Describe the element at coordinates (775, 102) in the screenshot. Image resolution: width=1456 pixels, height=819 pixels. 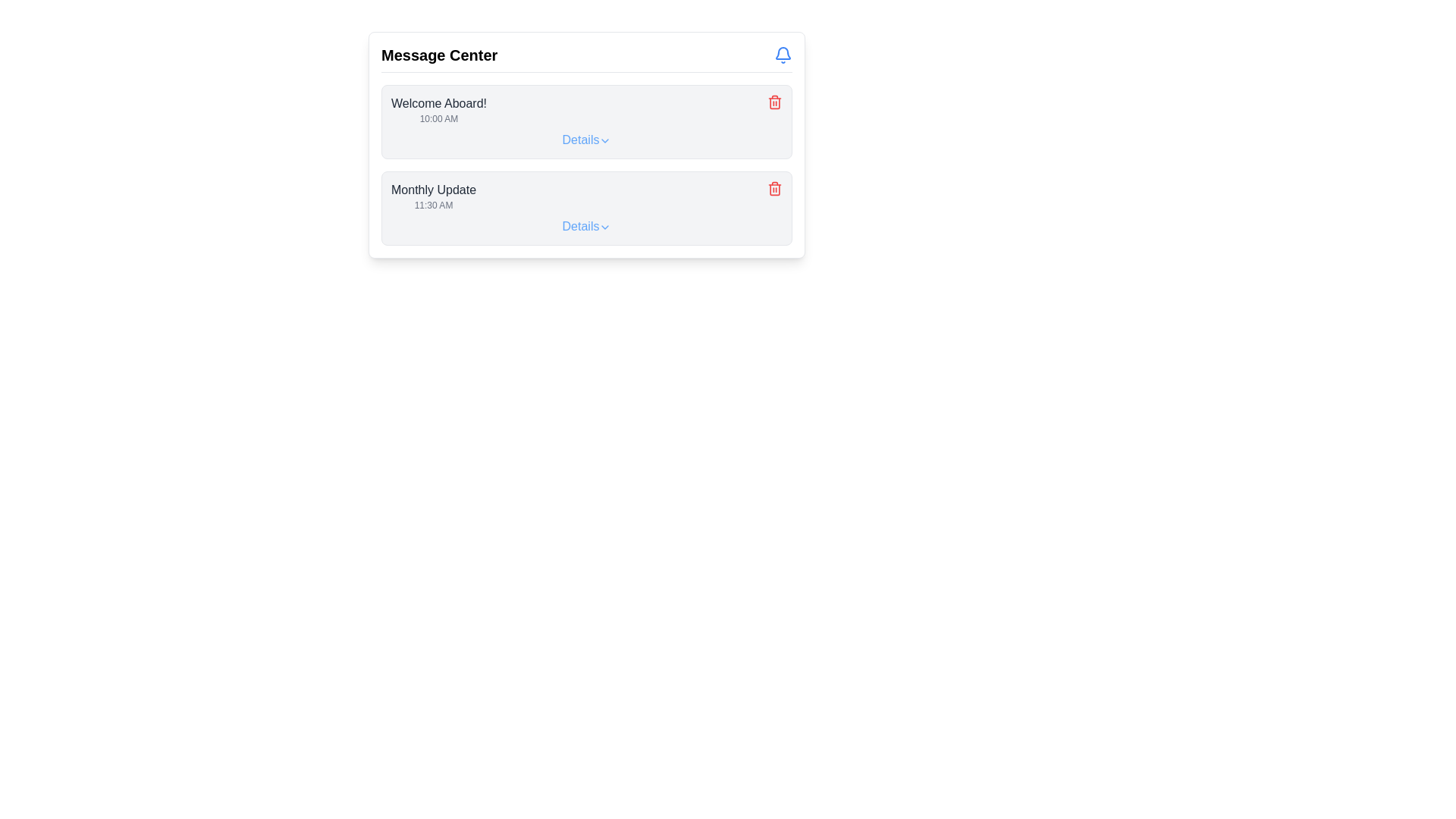
I see `the deletion button located to the far-right of the 'Welcome Aboard!' message` at that location.